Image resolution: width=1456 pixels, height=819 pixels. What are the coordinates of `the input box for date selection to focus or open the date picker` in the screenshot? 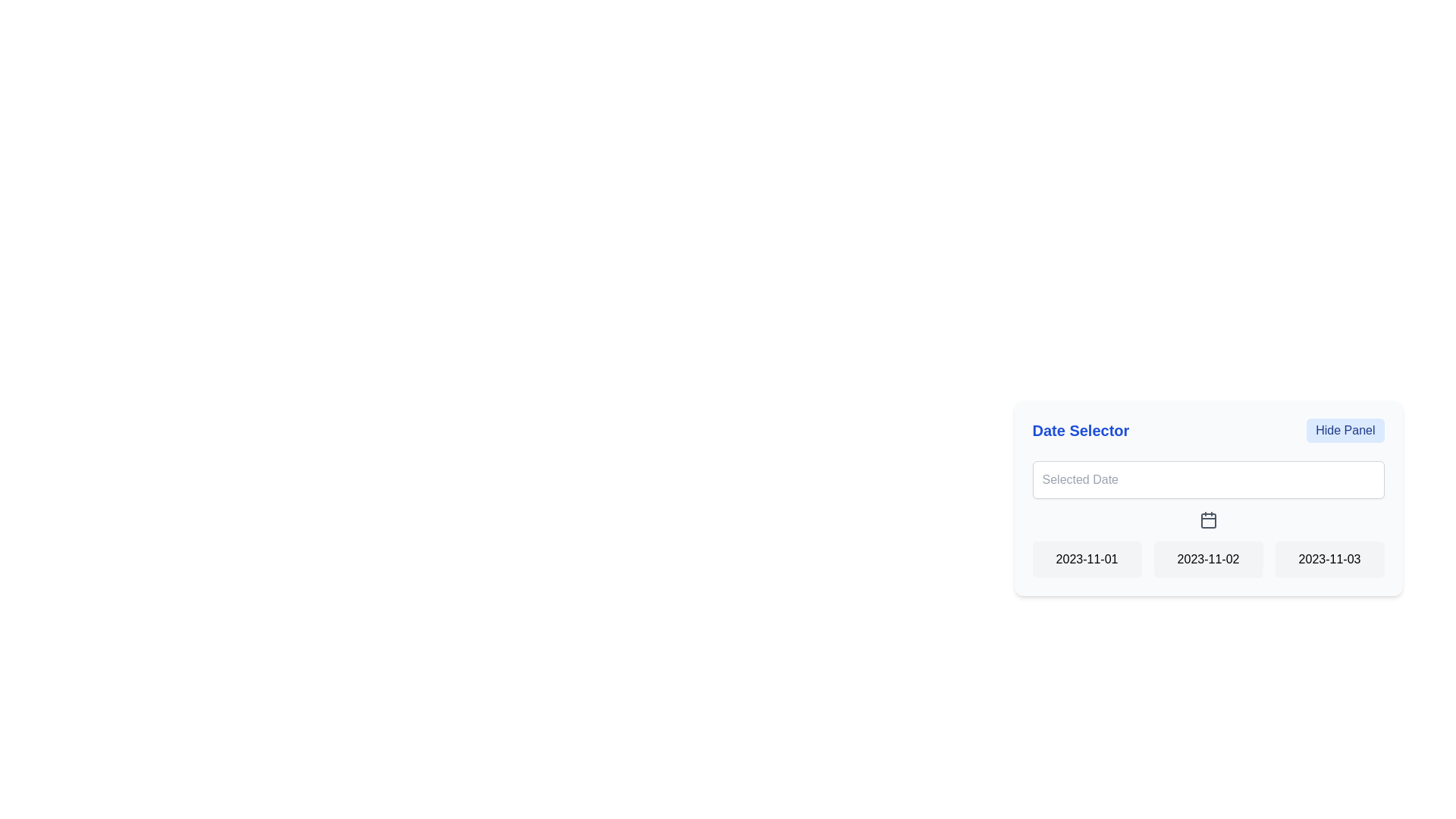 It's located at (1207, 479).